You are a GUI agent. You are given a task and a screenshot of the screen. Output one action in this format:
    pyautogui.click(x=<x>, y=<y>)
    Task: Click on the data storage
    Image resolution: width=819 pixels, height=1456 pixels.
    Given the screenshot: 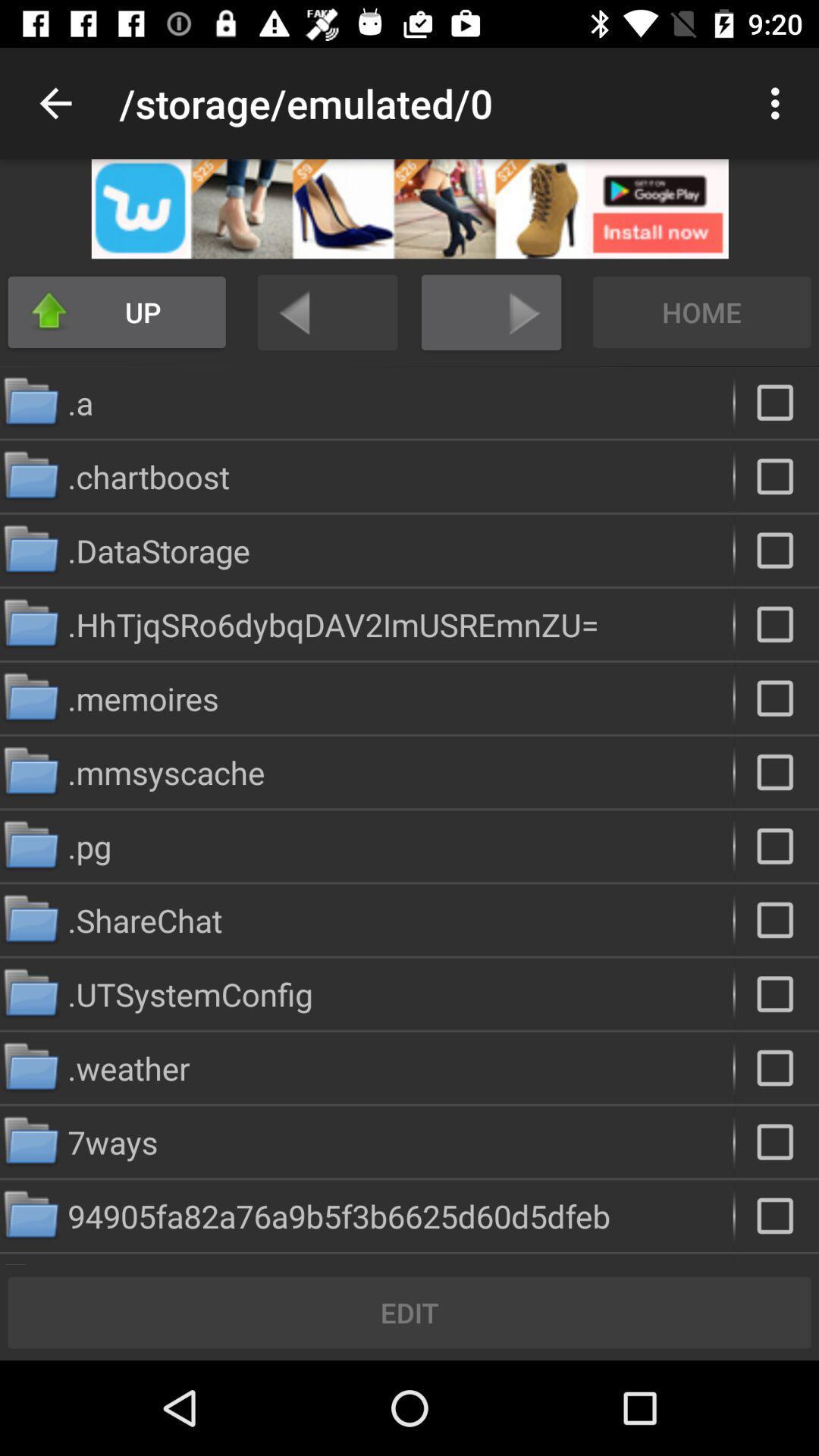 What is the action you would take?
    pyautogui.click(x=777, y=549)
    